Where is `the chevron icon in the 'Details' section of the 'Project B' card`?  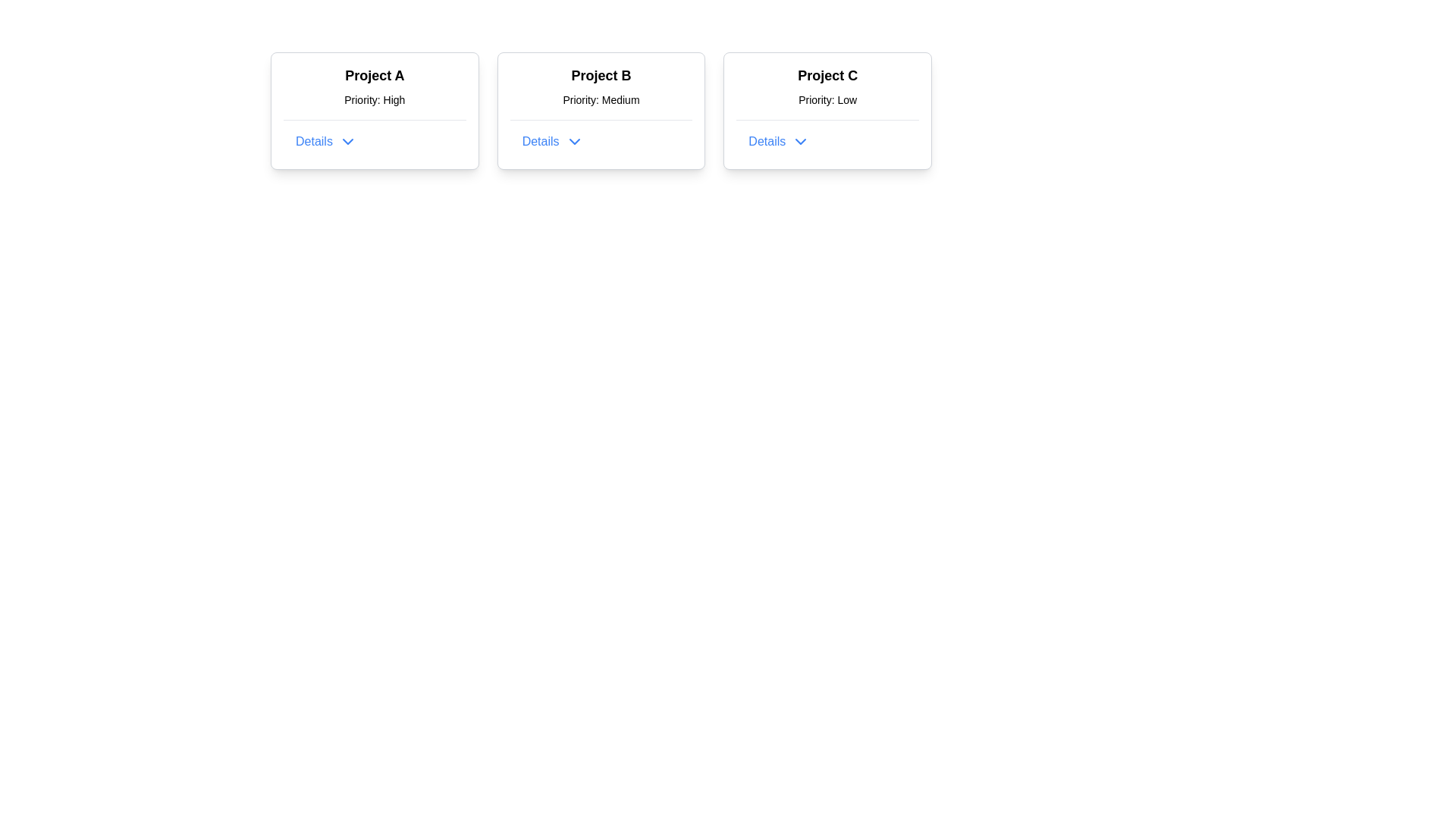
the chevron icon in the 'Details' section of the 'Project B' card is located at coordinates (573, 141).